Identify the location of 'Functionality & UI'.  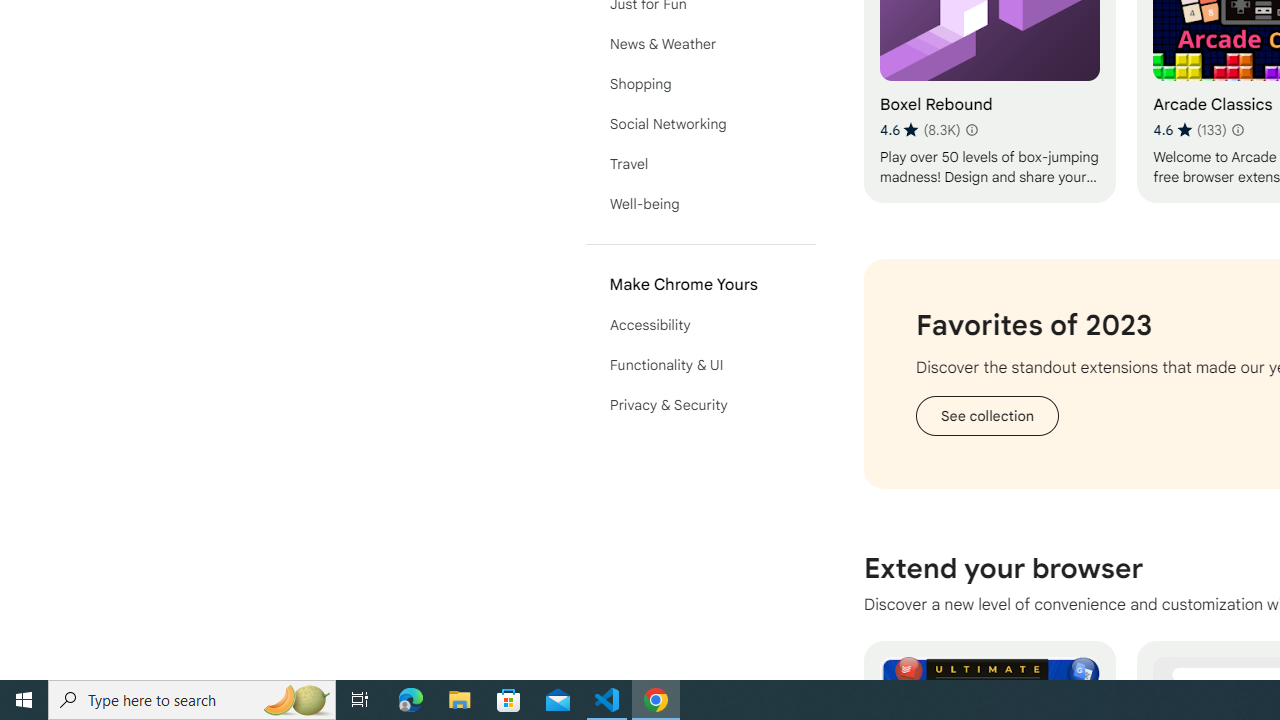
(700, 365).